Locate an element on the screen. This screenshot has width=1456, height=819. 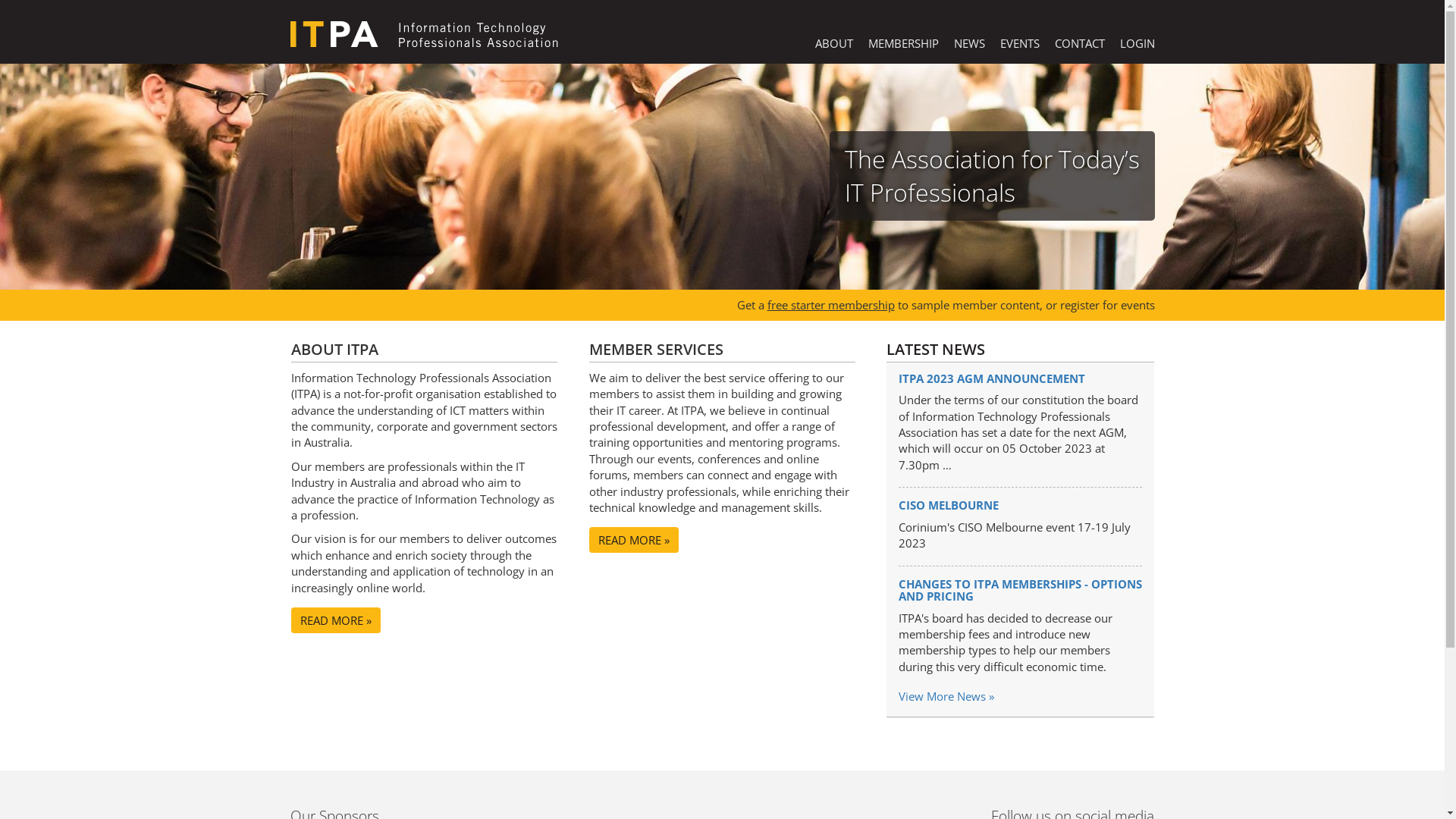
'ITPA 2023 AGM ANNOUNCEMENT' is located at coordinates (899, 377).